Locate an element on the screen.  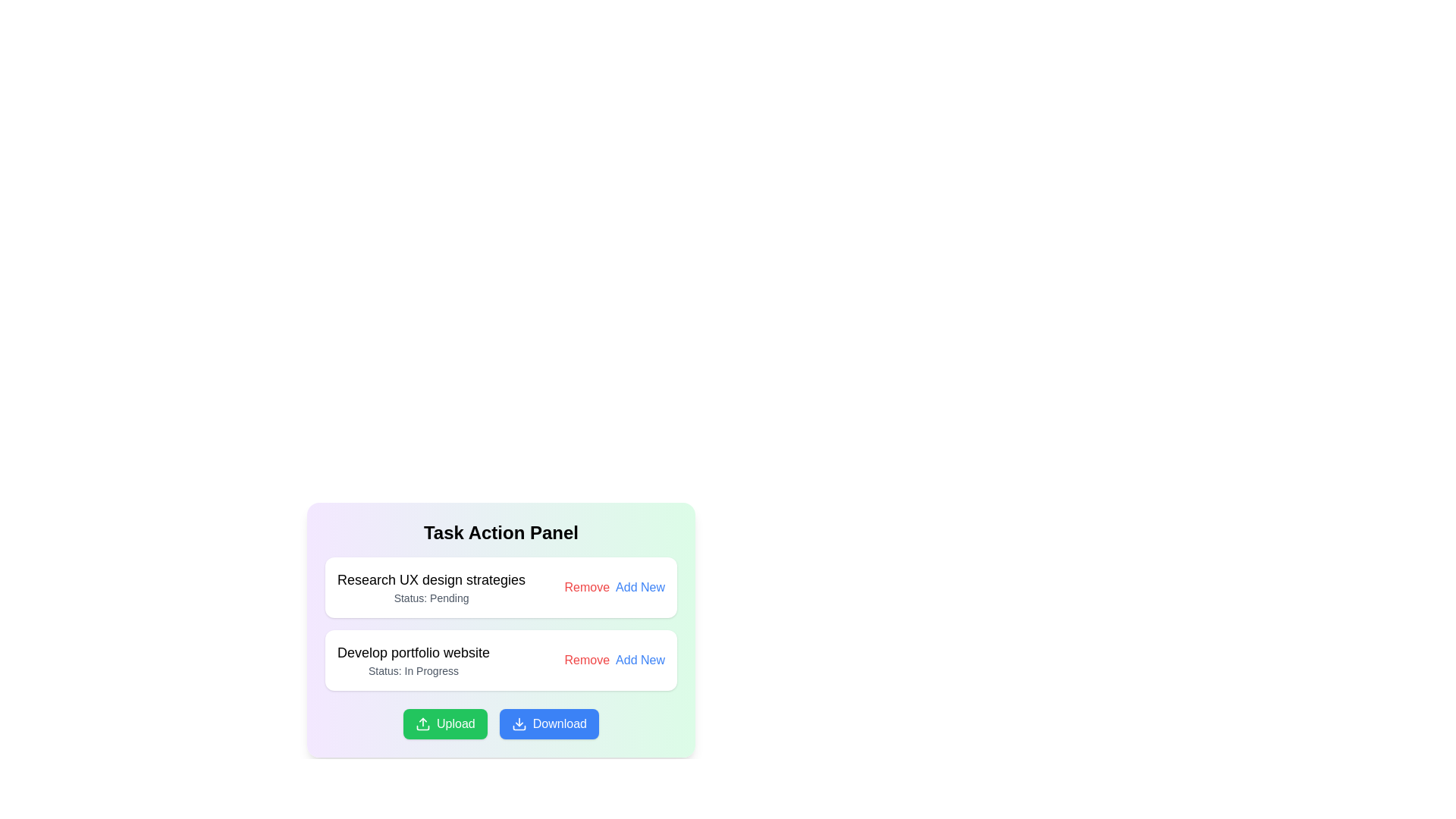
the 'Remove' and 'Add New' buttons in the Interactive button group, which are styled with red and blue colors respectively, located in the 'Research UX design strategies' section is located at coordinates (614, 587).